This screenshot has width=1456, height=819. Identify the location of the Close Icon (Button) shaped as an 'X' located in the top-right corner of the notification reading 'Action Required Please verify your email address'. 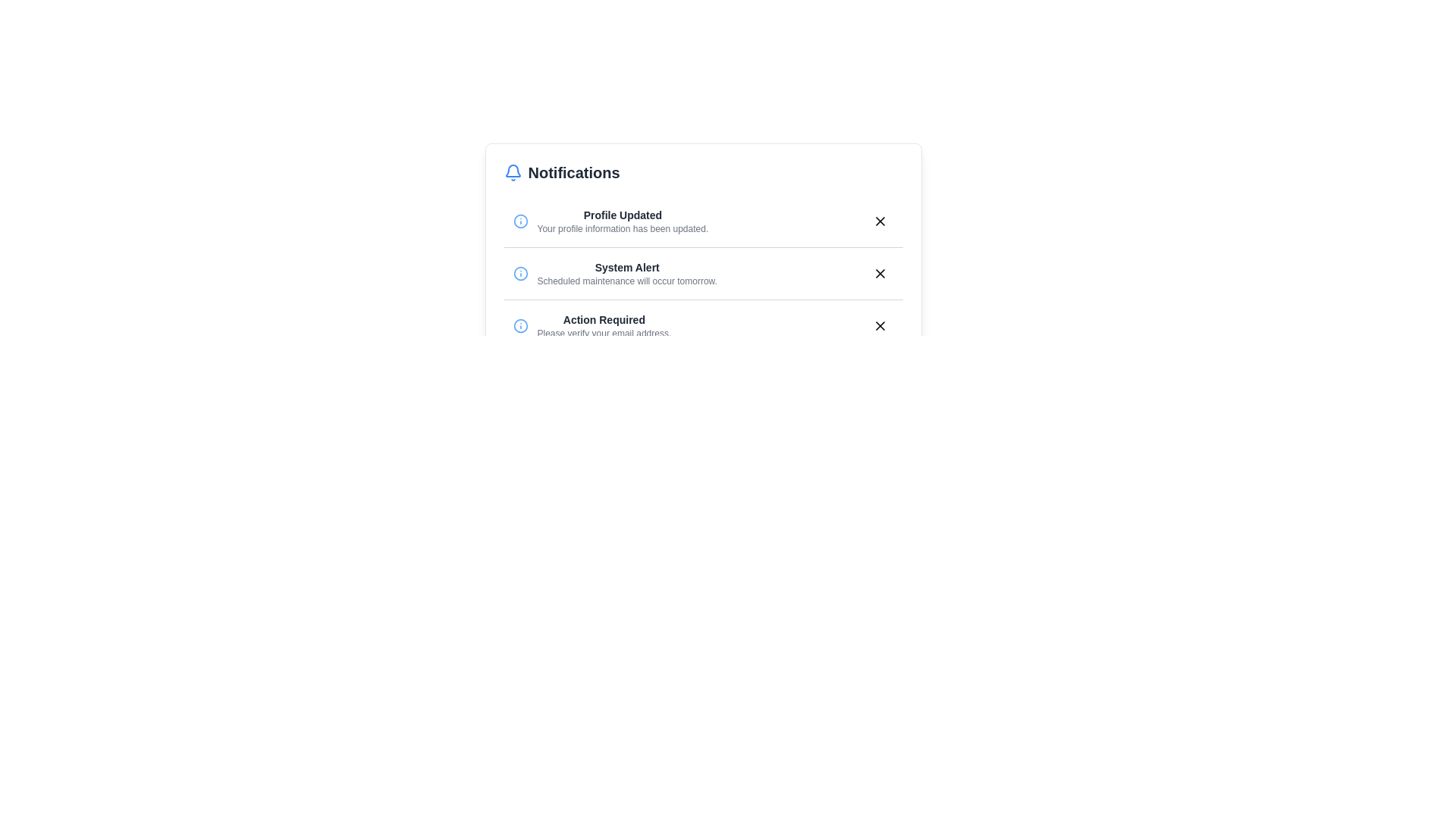
(880, 325).